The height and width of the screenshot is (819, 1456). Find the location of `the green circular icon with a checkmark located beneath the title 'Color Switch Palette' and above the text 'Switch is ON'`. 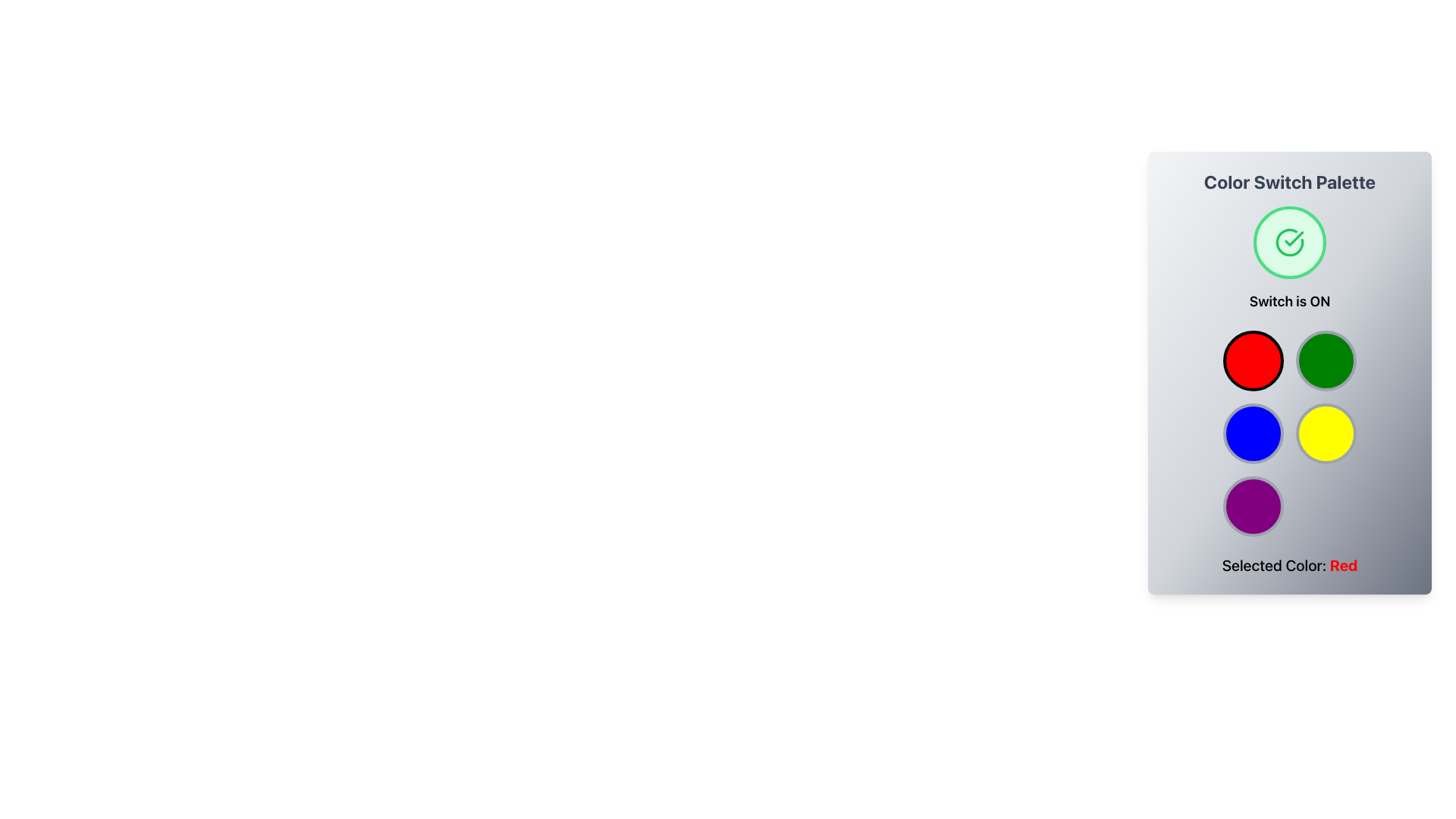

the green circular icon with a checkmark located beneath the title 'Color Switch Palette' and above the text 'Switch is ON' is located at coordinates (1288, 242).